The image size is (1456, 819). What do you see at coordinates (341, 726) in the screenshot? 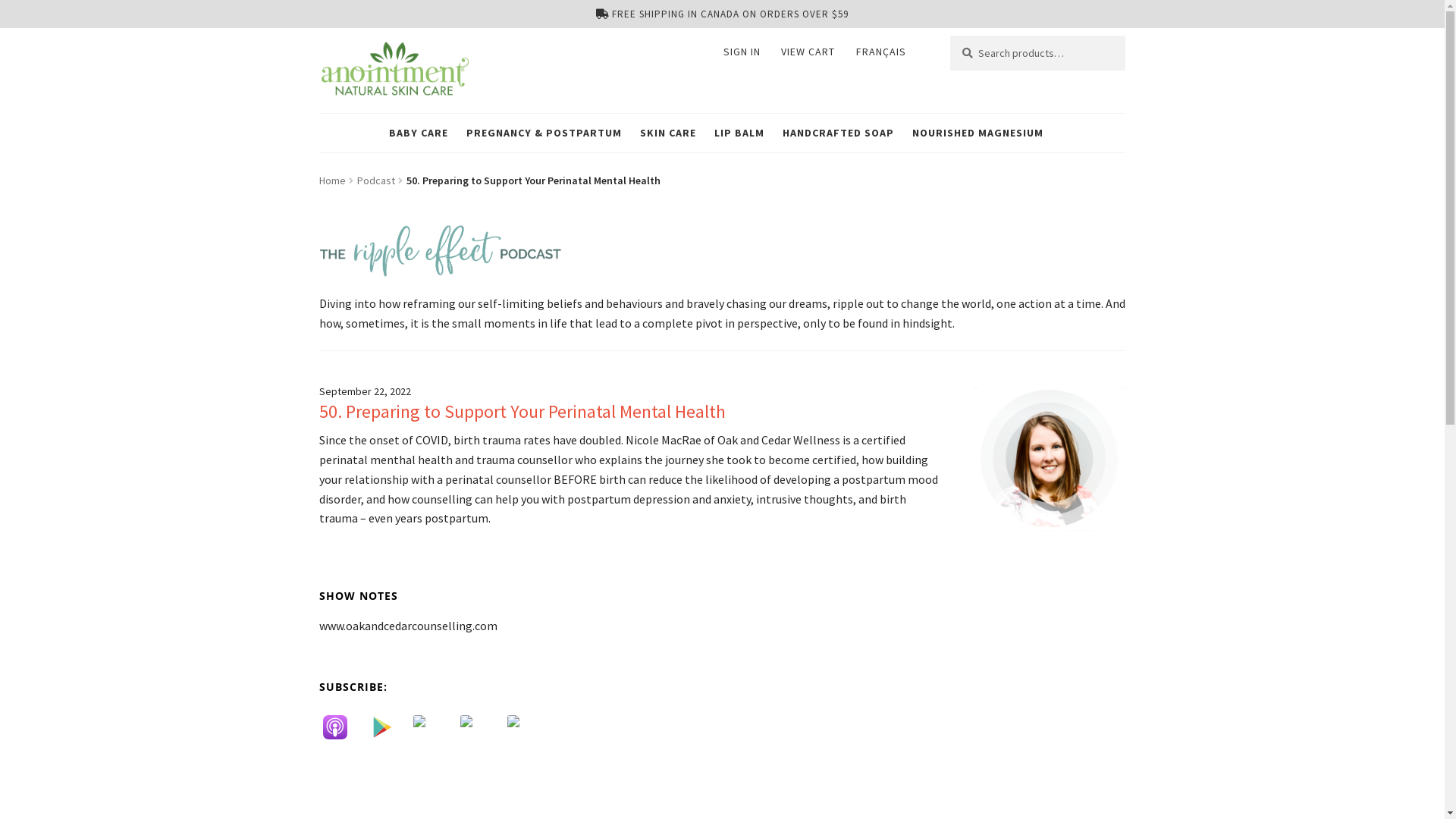
I see `'Apple-Podcasts'` at bounding box center [341, 726].